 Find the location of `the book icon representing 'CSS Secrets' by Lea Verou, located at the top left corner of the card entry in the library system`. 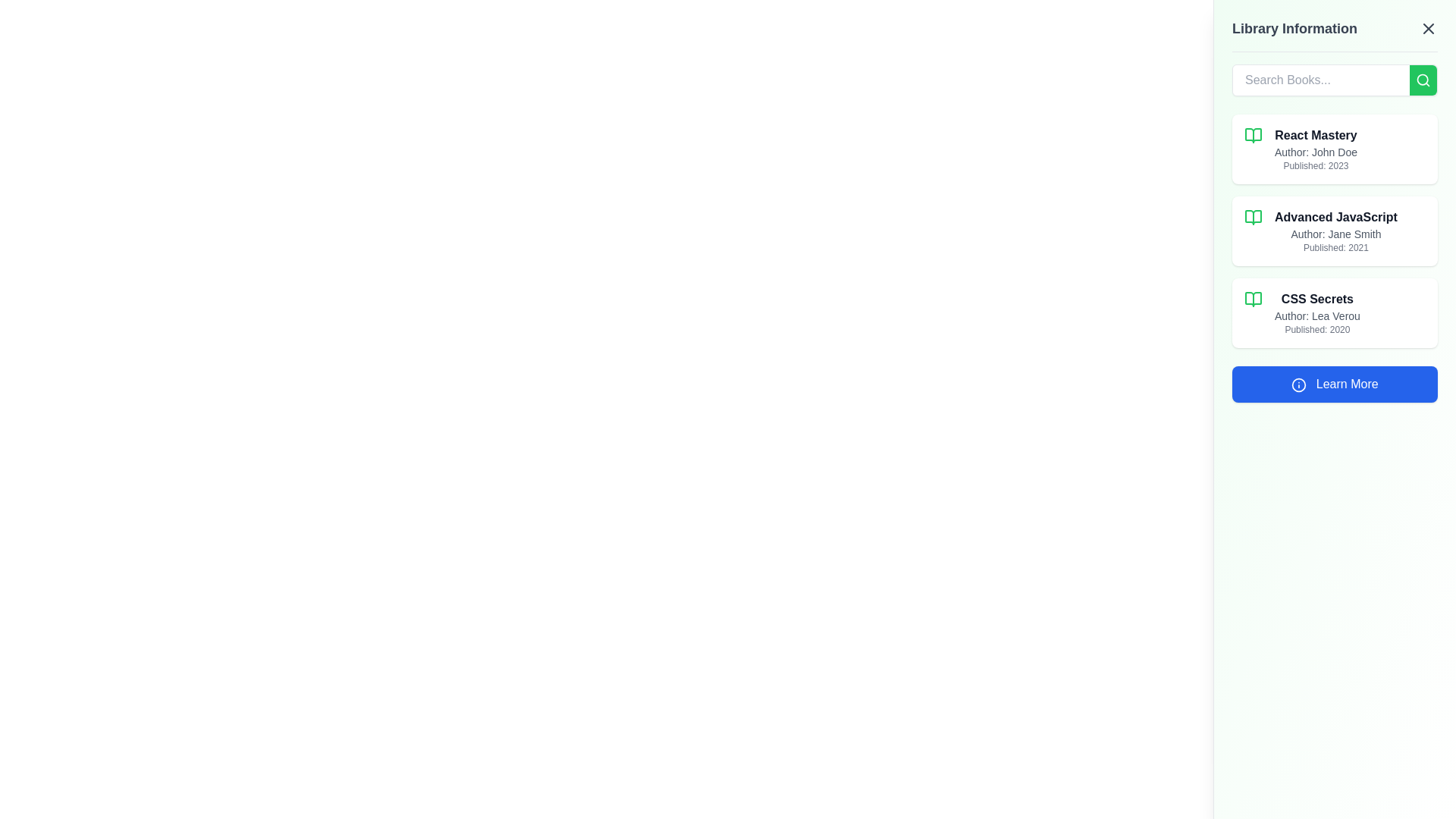

the book icon representing 'CSS Secrets' by Lea Verou, located at the top left corner of the card entry in the library system is located at coordinates (1253, 299).